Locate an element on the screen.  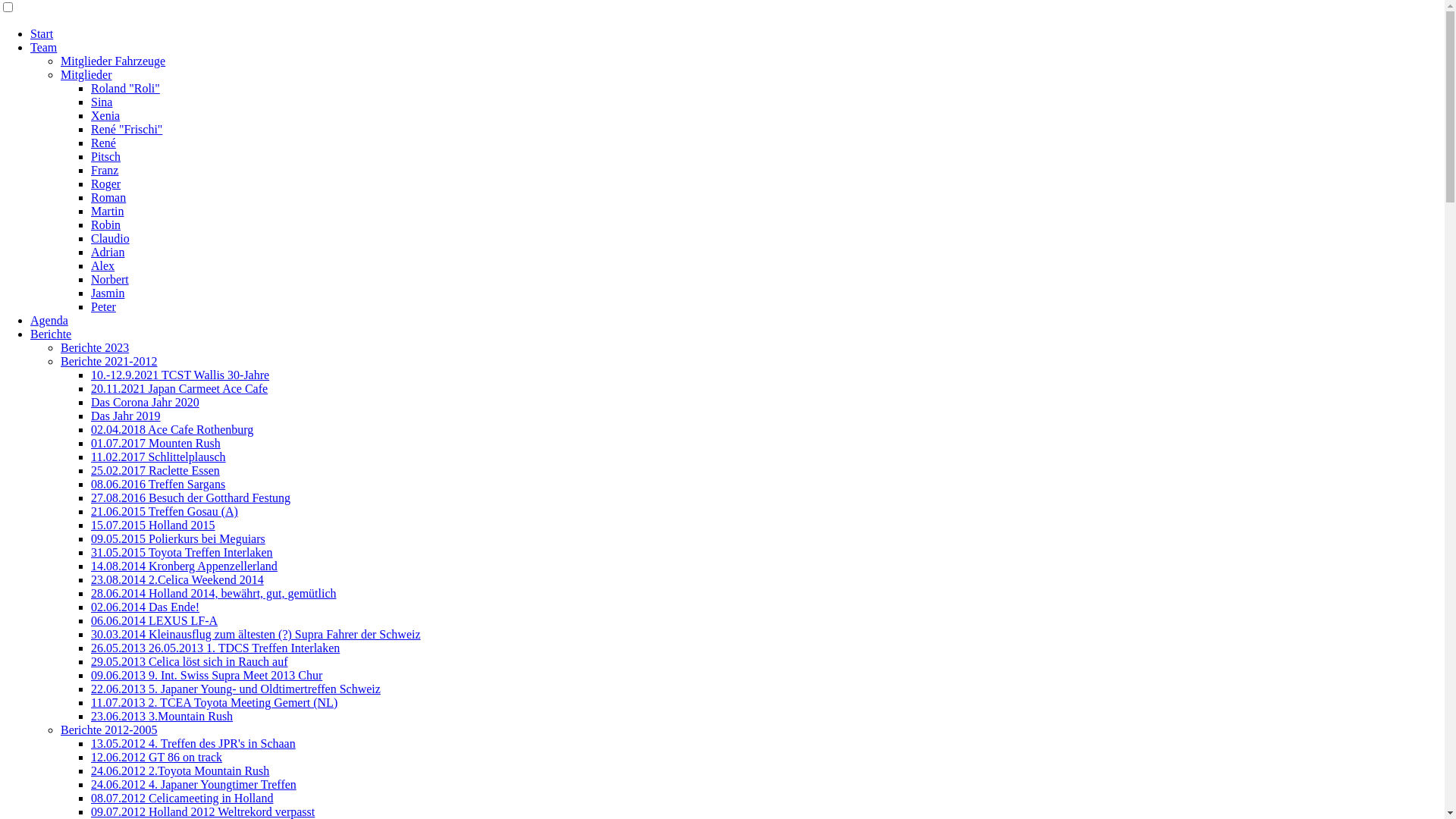
'23.08.2014 2.Celica Weekend 2014' is located at coordinates (90, 579).